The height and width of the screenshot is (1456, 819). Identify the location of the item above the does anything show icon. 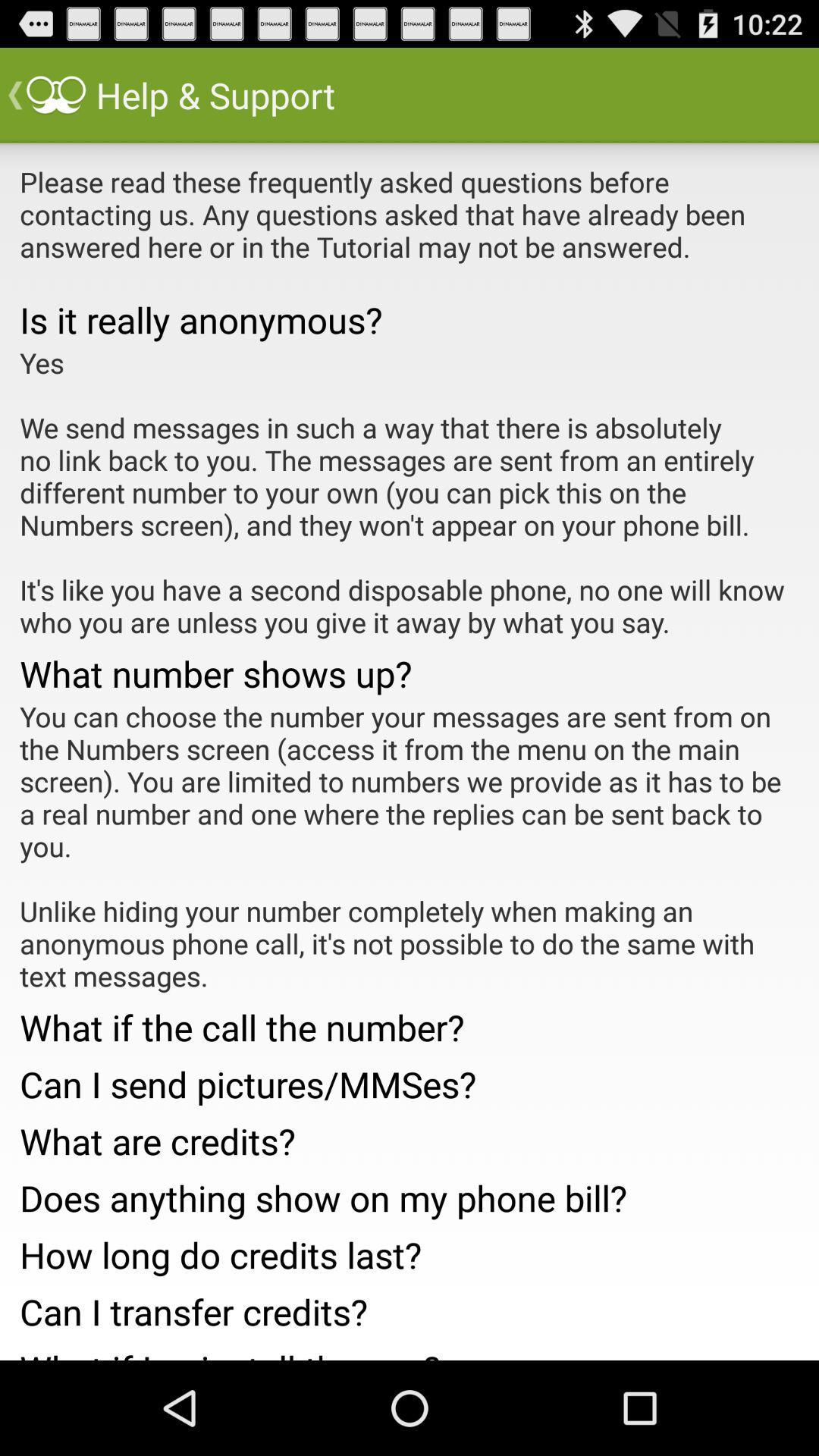
(409, 1137).